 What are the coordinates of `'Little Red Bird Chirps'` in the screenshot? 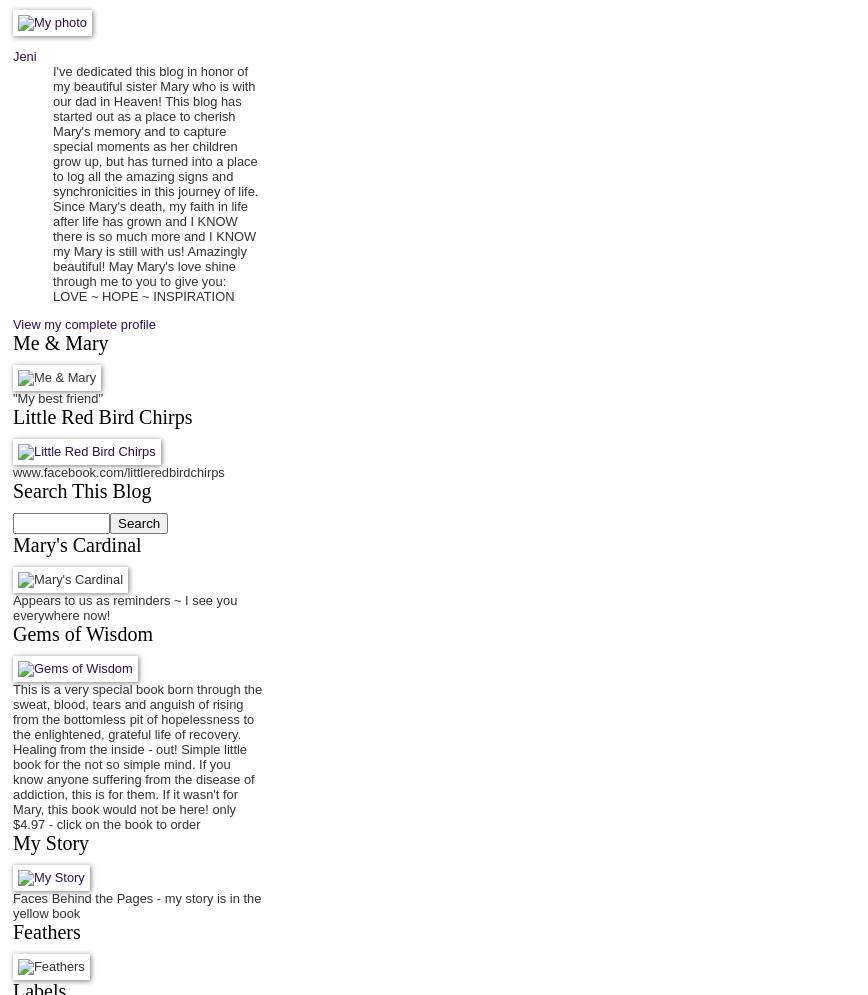 It's located at (102, 416).